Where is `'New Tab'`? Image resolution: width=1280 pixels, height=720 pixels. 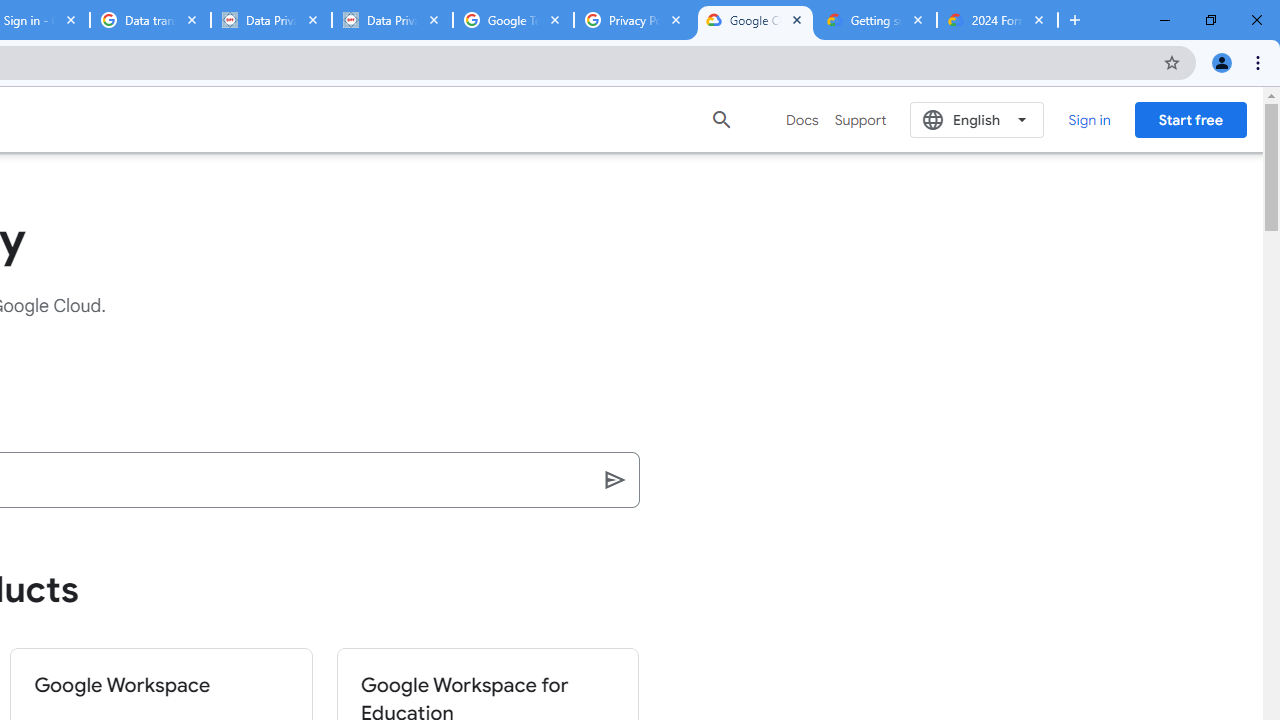
'New Tab' is located at coordinates (1074, 20).